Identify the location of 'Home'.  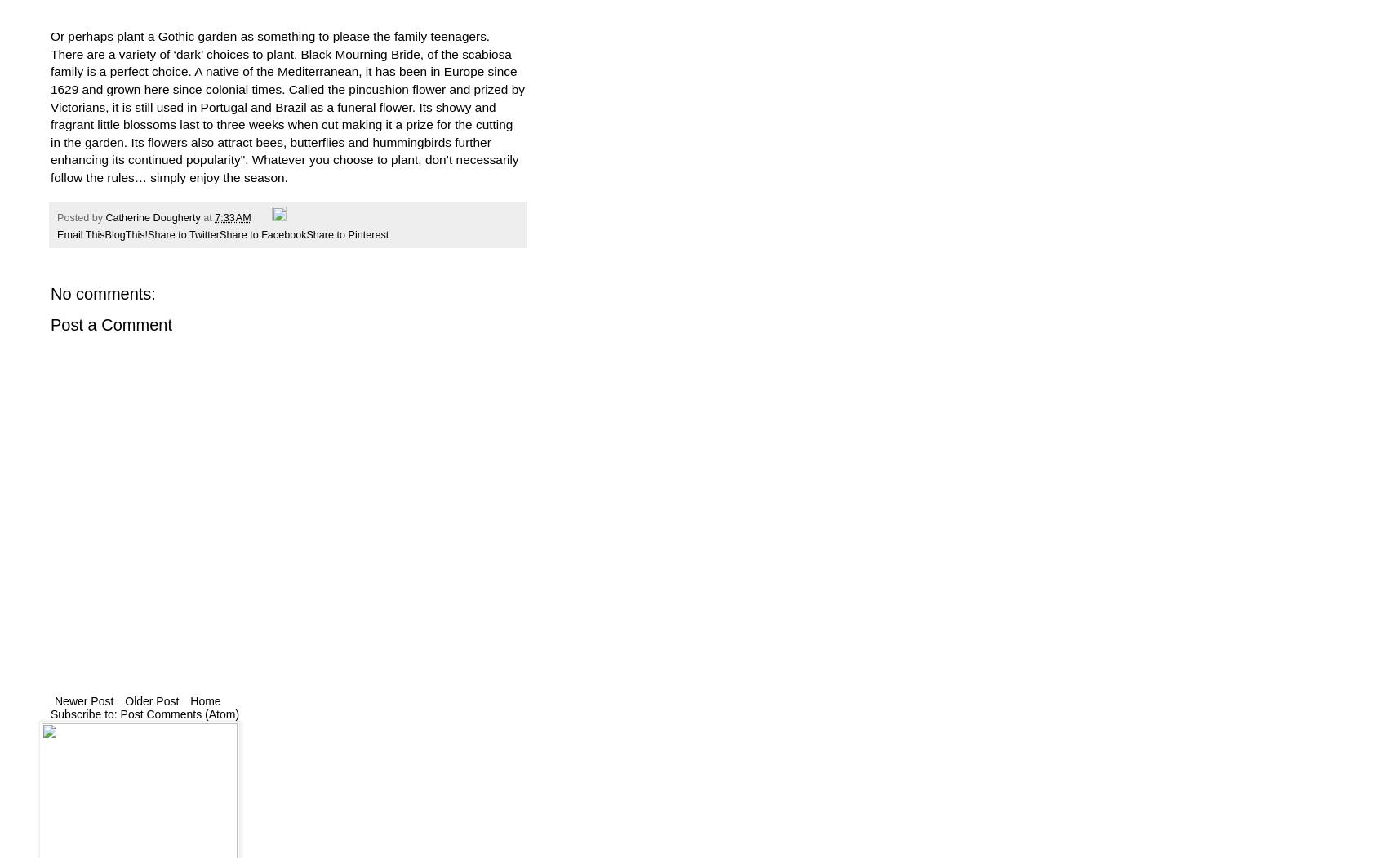
(190, 700).